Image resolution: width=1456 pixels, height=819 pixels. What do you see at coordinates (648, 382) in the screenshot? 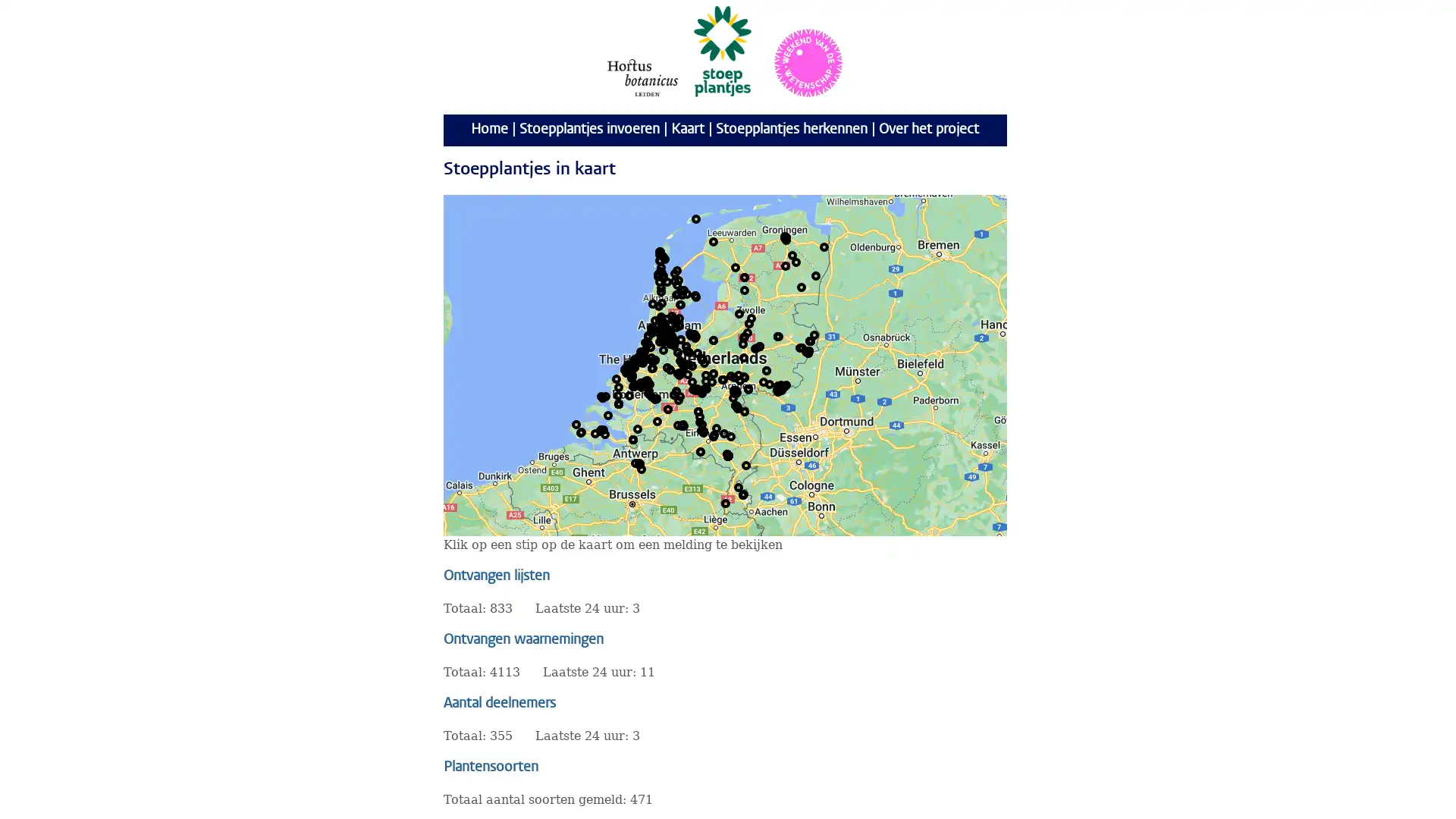
I see `Telling van Willem Harm op 12 november 2021` at bounding box center [648, 382].